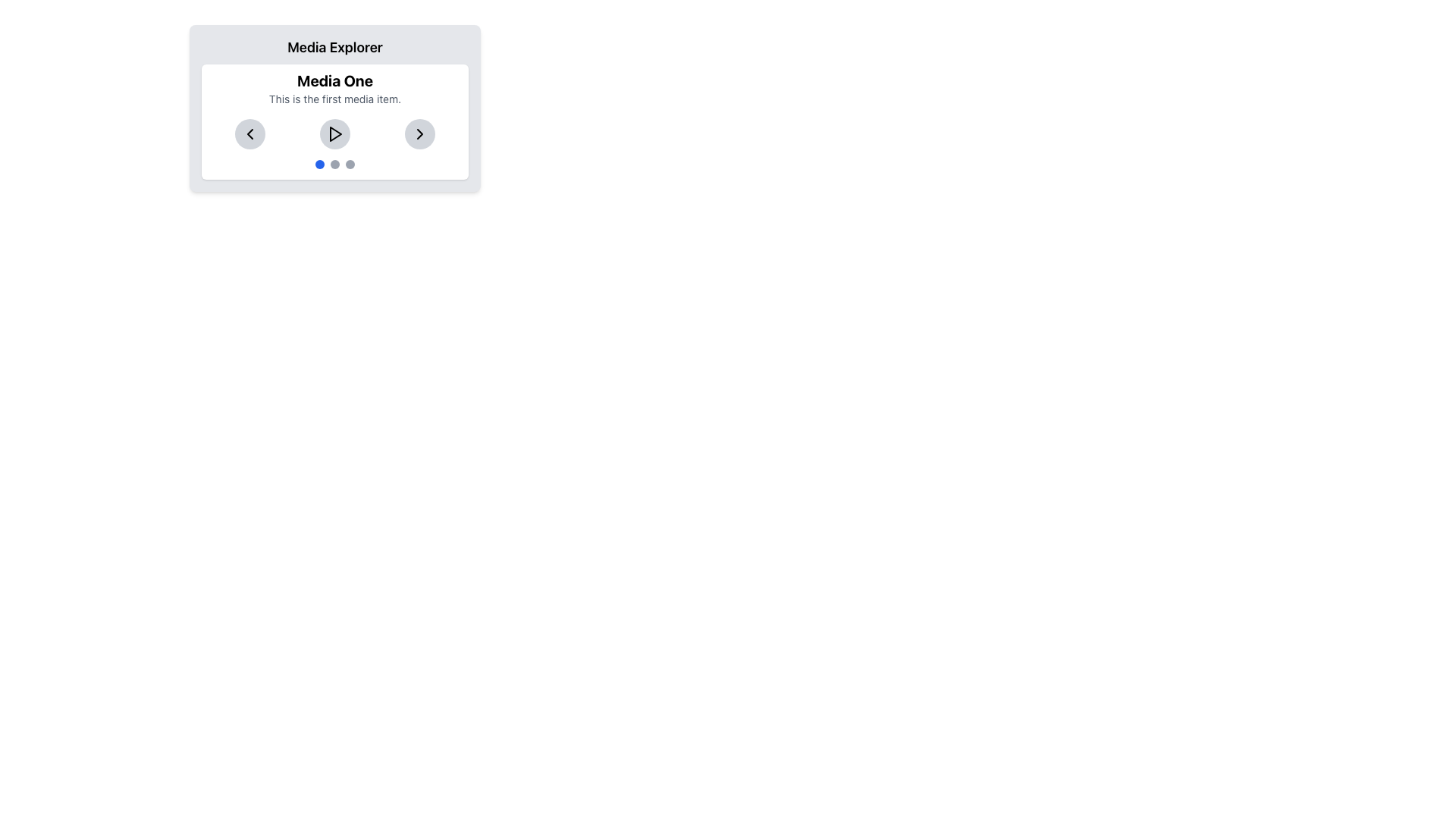 Image resolution: width=1456 pixels, height=819 pixels. What do you see at coordinates (334, 133) in the screenshot?
I see `the SVG play button icon located in the center of the 'Media One' section` at bounding box center [334, 133].